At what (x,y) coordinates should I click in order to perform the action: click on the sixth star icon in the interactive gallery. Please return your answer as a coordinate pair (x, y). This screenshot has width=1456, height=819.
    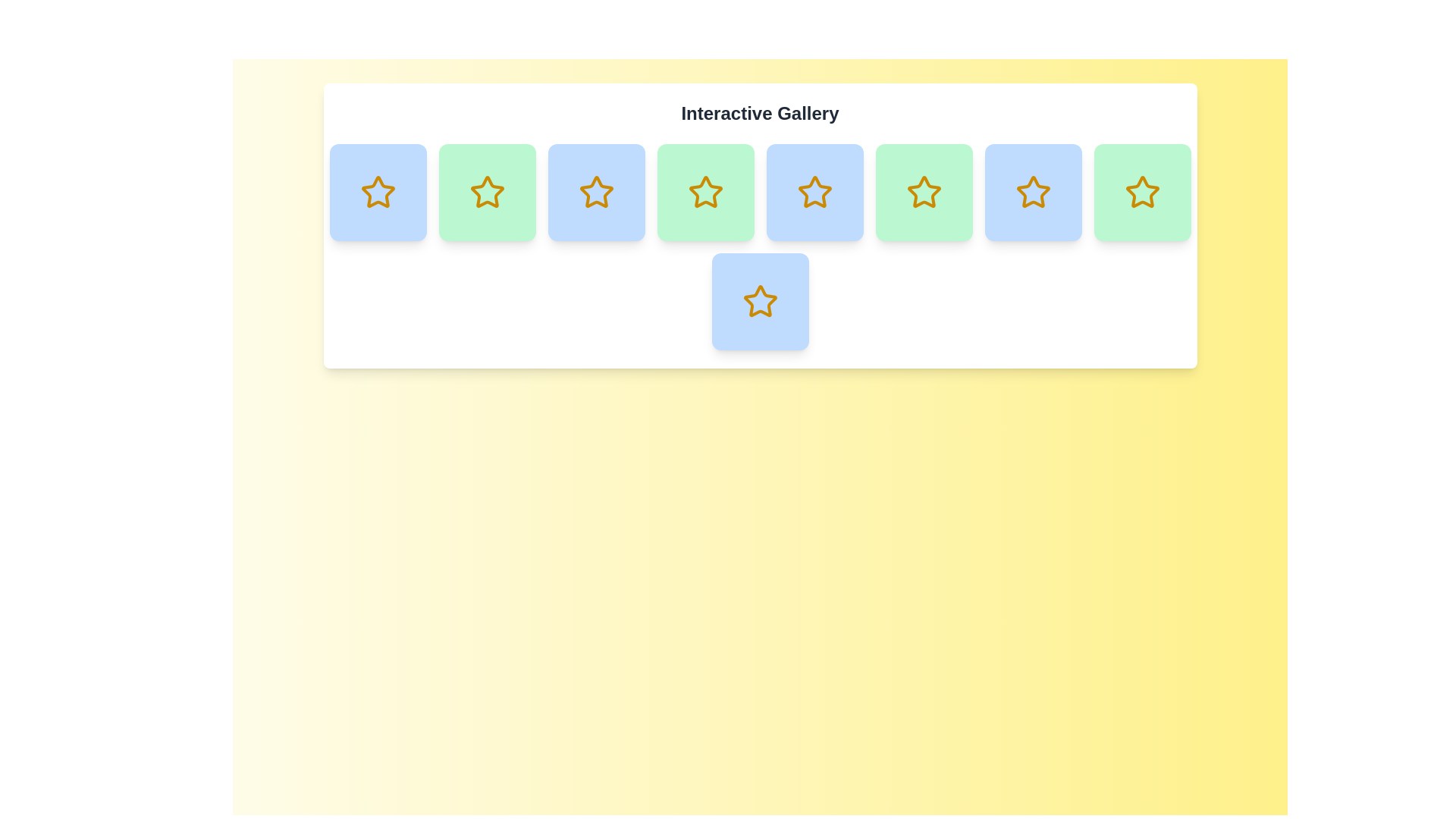
    Looking at the image, I should click on (923, 191).